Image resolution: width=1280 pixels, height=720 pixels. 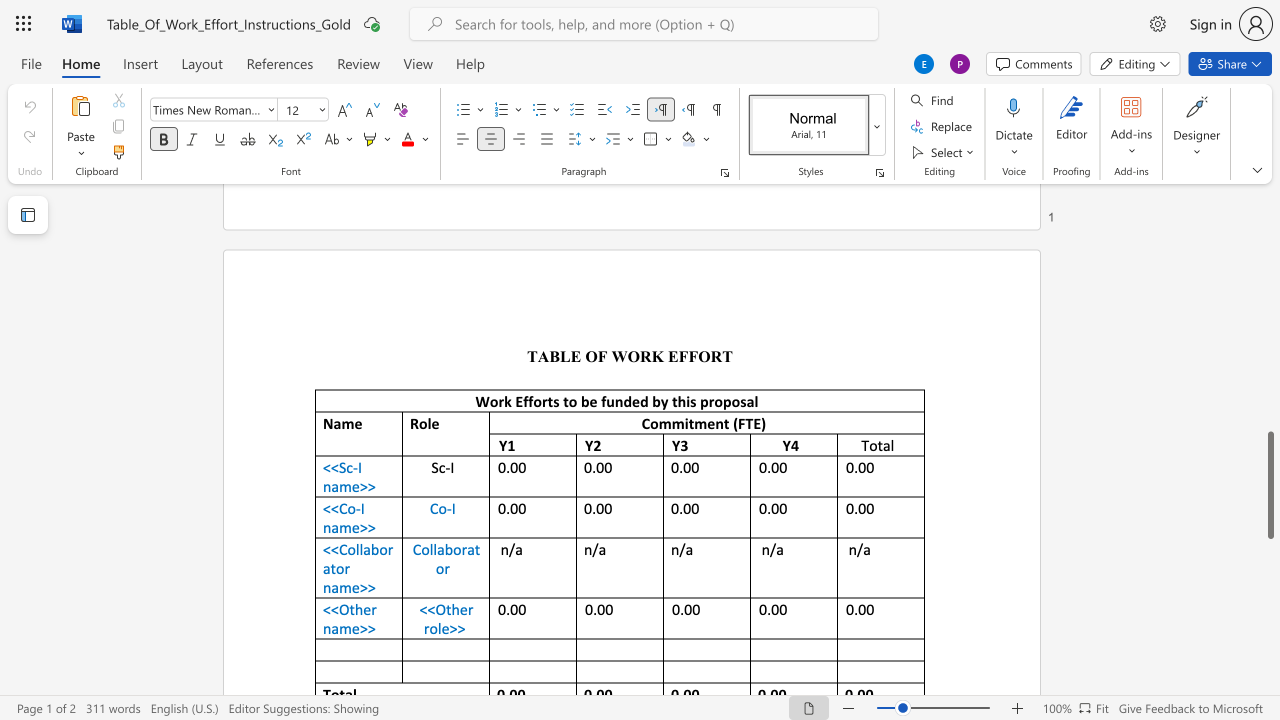 I want to click on the scrollbar to move the content higher, so click(x=1269, y=370).